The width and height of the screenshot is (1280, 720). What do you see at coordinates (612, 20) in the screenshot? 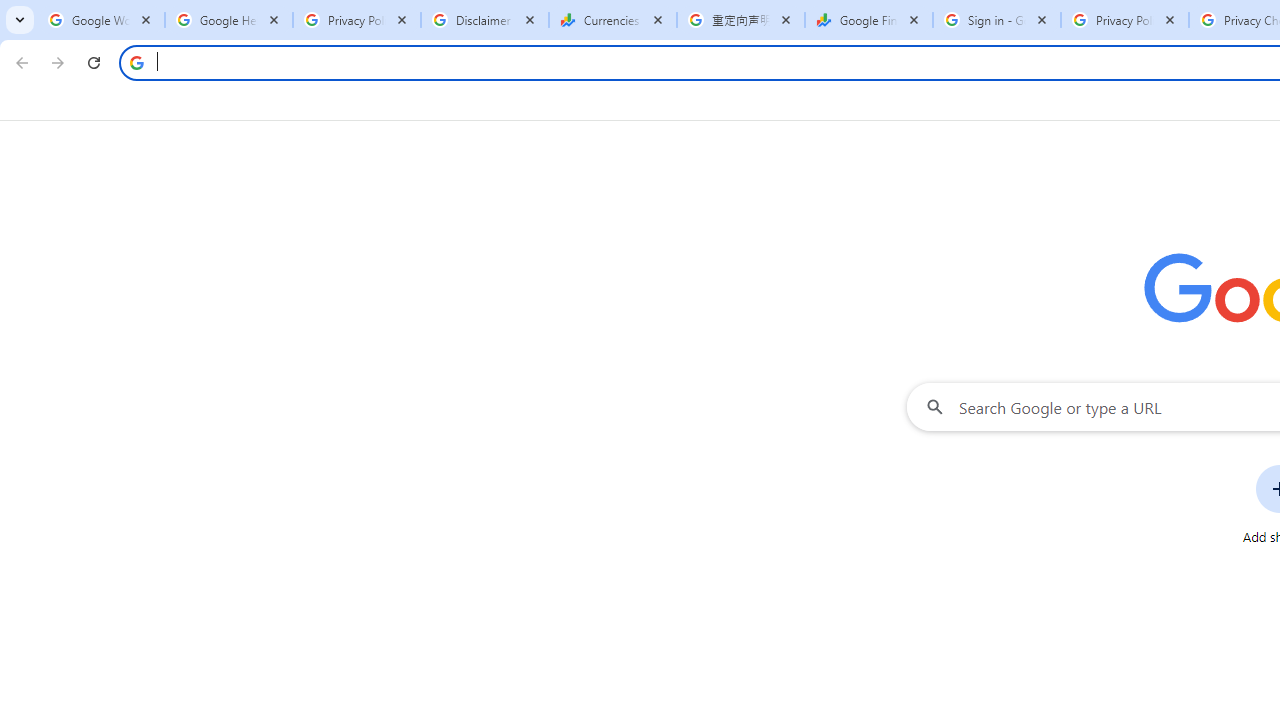
I see `'Currencies - Google Finance'` at bounding box center [612, 20].